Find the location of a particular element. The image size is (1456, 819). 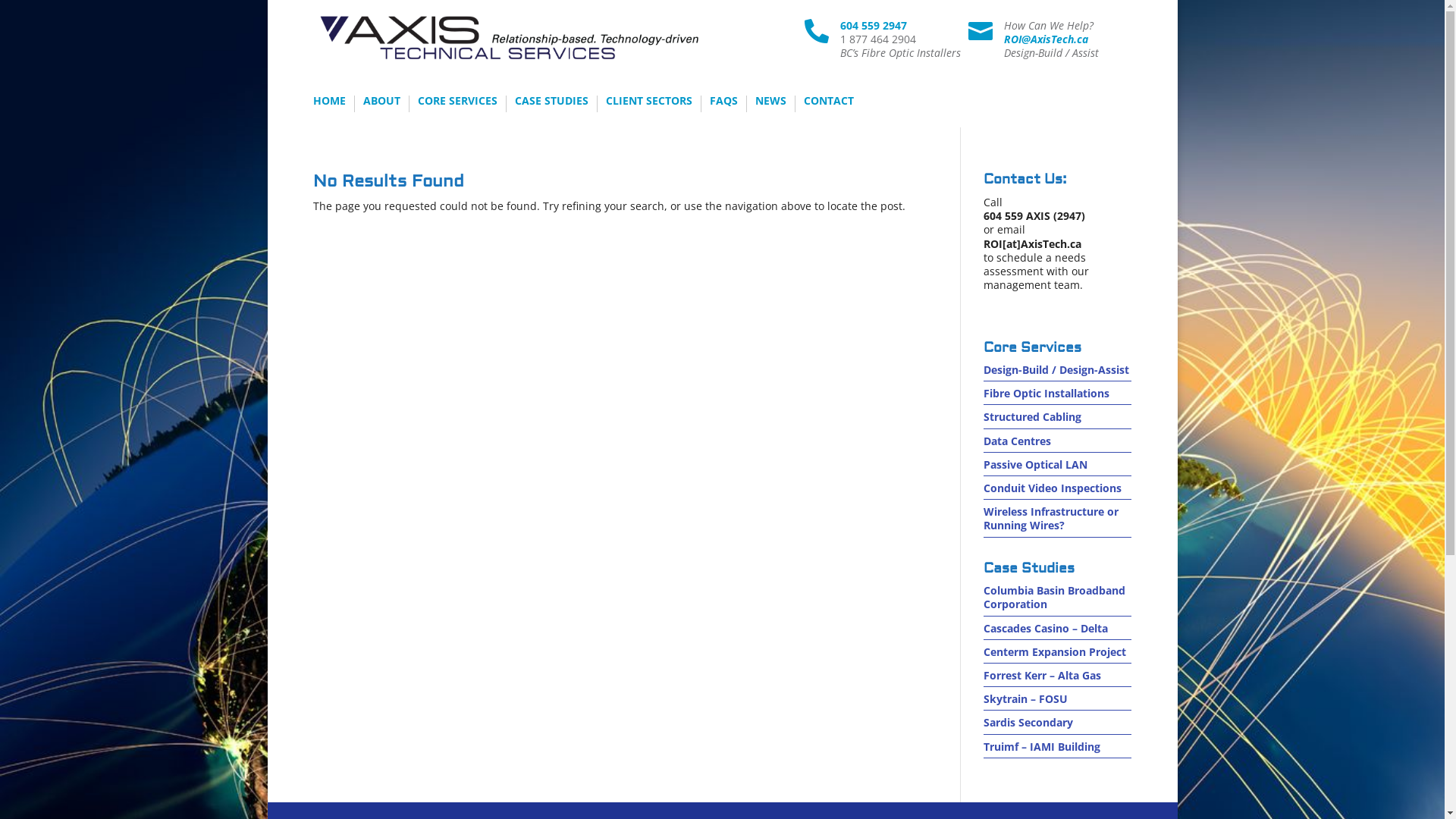

'NEWS' is located at coordinates (770, 103).